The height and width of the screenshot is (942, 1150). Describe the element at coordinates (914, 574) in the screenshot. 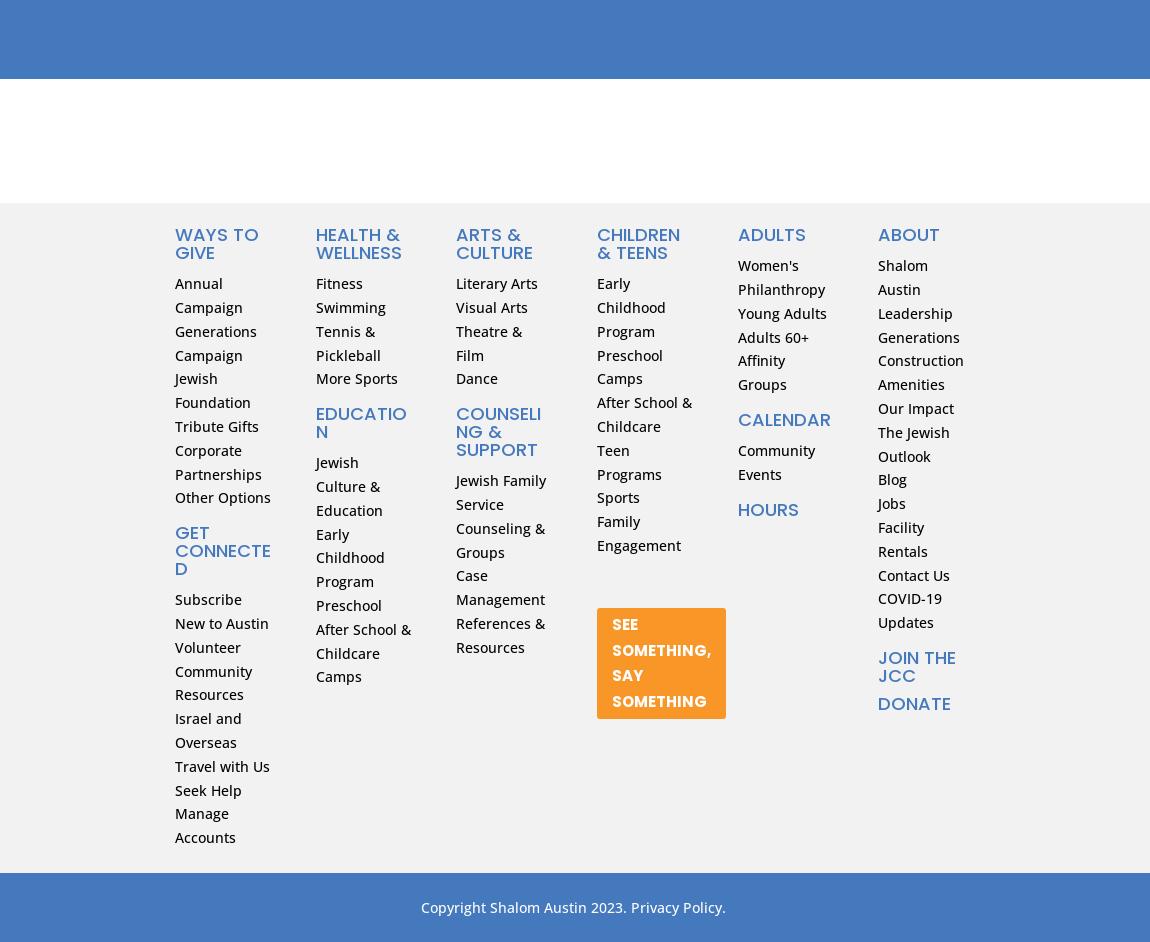

I see `'Contact Us'` at that location.